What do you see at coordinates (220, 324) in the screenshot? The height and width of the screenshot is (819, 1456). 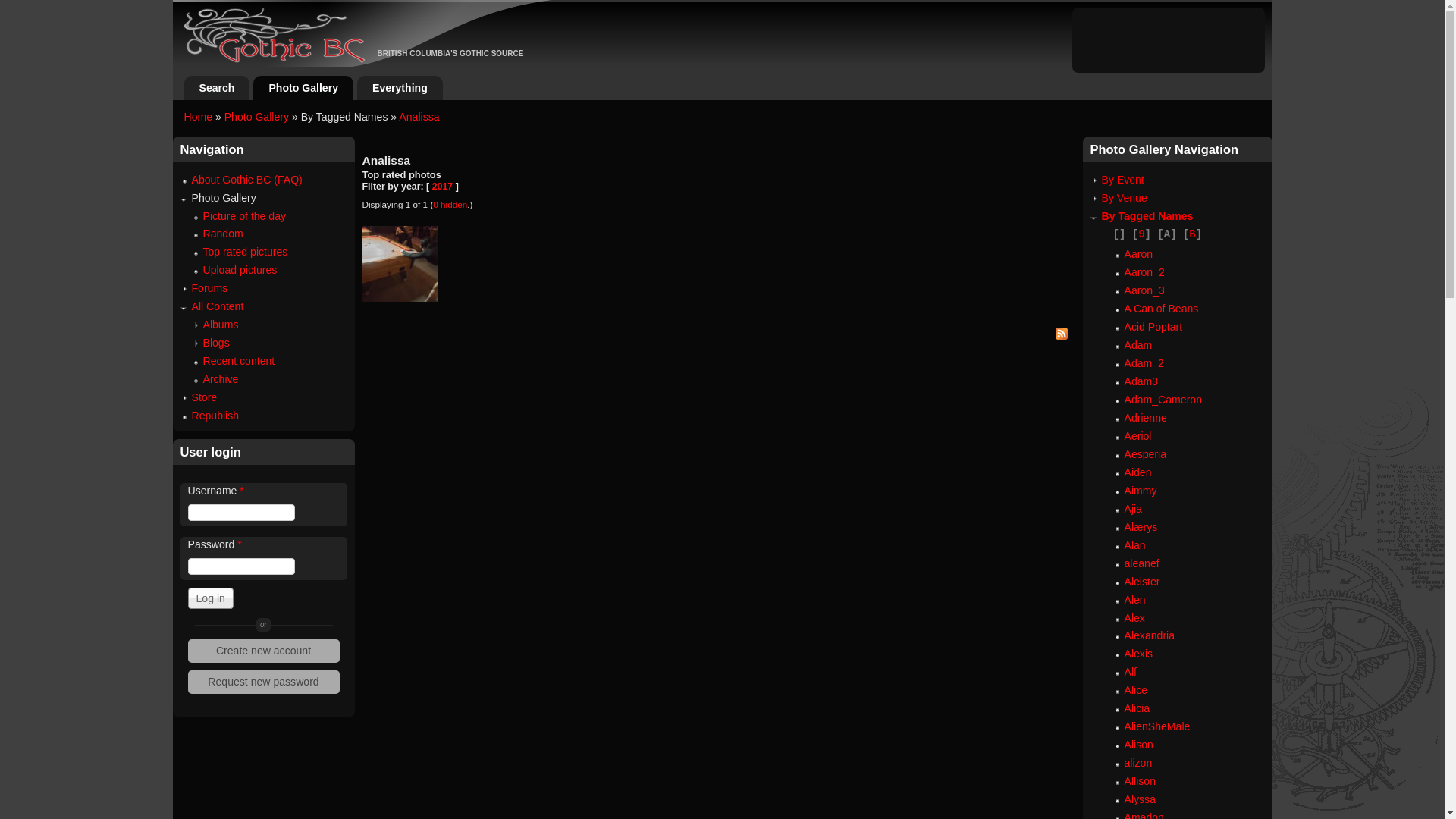 I see `'Albums'` at bounding box center [220, 324].